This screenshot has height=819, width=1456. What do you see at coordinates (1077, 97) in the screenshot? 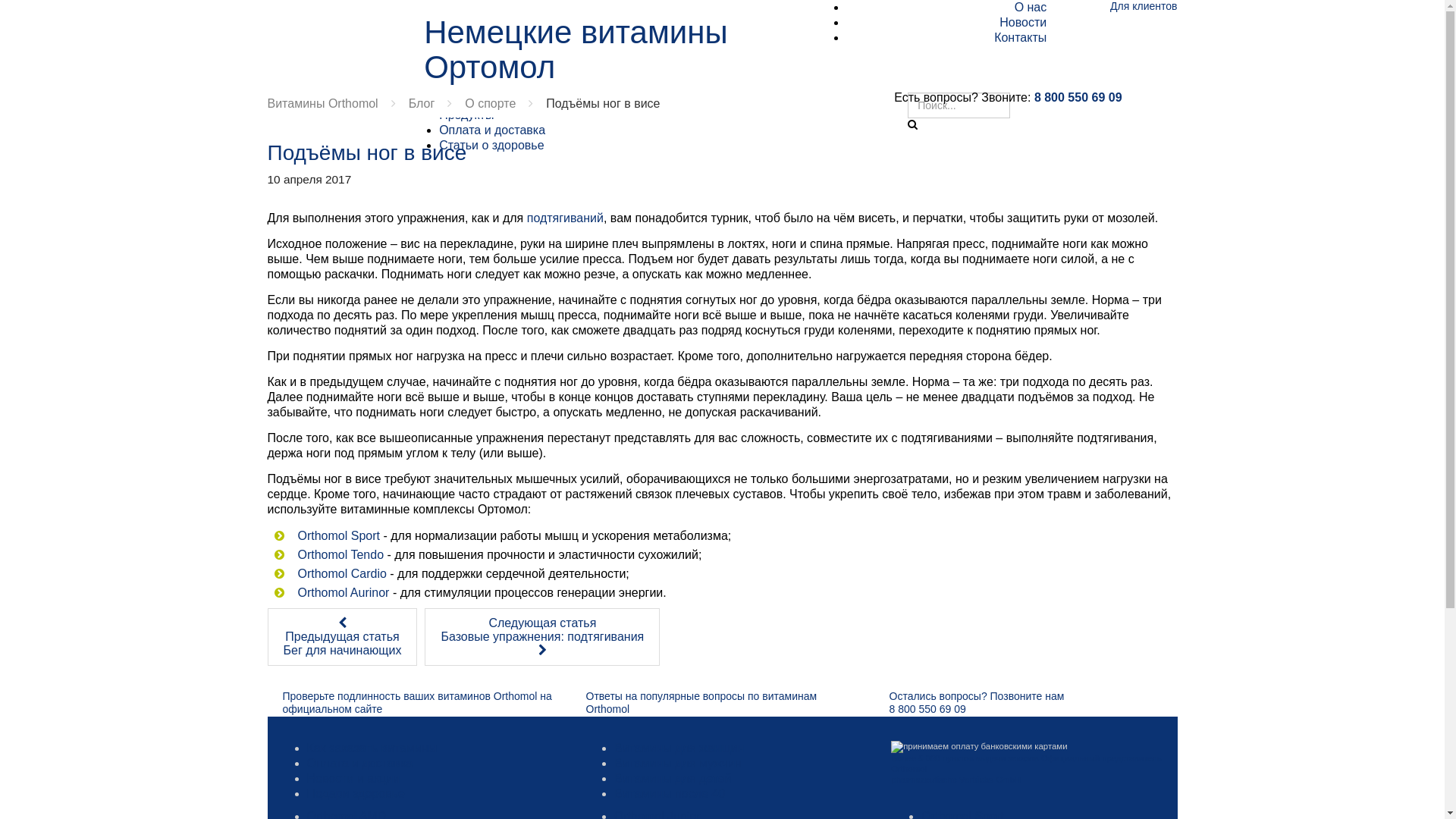
I see `'8 800 550 69 09'` at bounding box center [1077, 97].